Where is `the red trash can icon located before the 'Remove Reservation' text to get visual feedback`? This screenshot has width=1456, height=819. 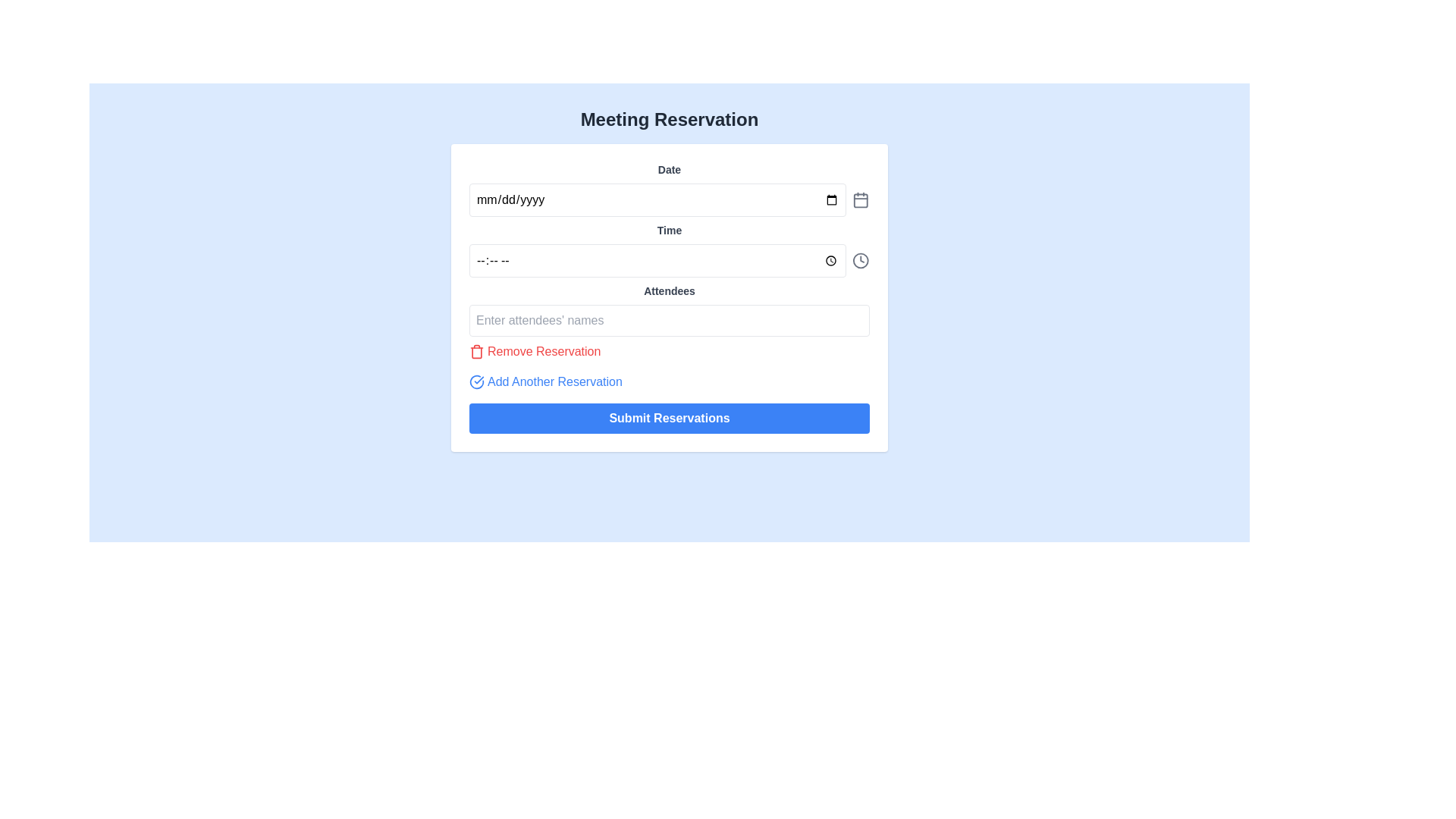
the red trash can icon located before the 'Remove Reservation' text to get visual feedback is located at coordinates (475, 351).